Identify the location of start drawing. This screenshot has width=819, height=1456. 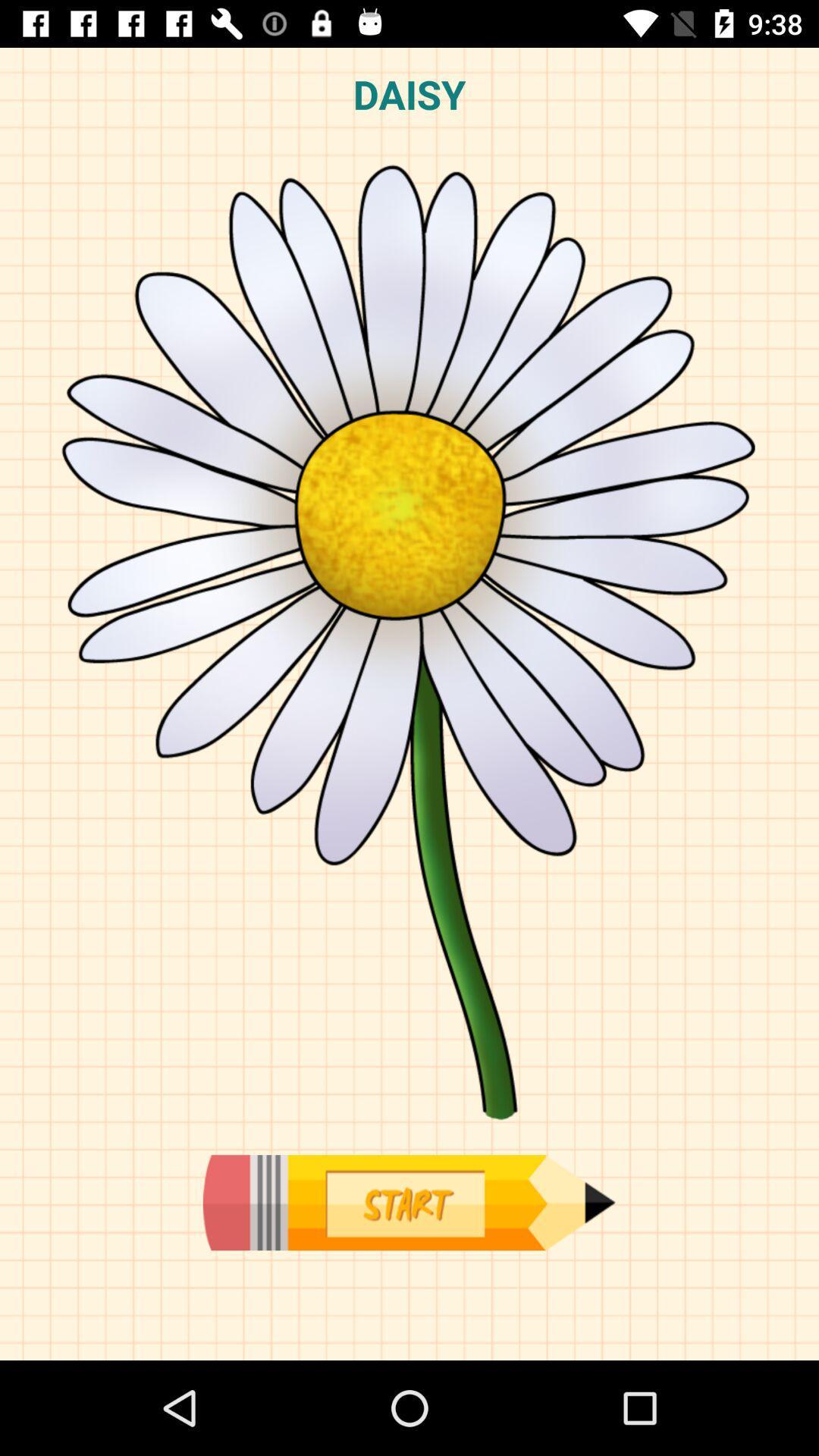
(408, 1202).